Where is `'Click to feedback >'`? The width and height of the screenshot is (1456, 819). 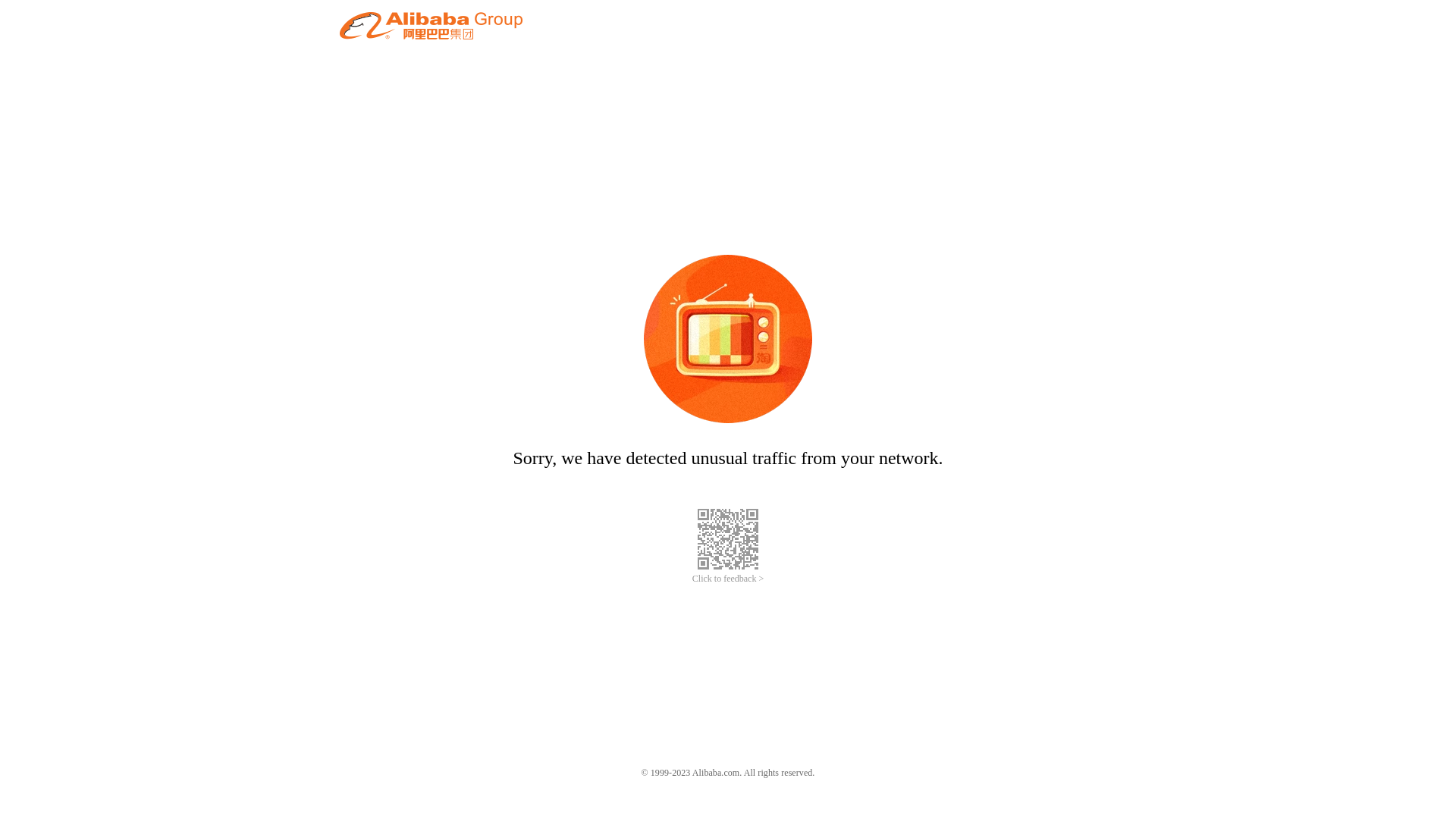
'Click to feedback >' is located at coordinates (691, 579).